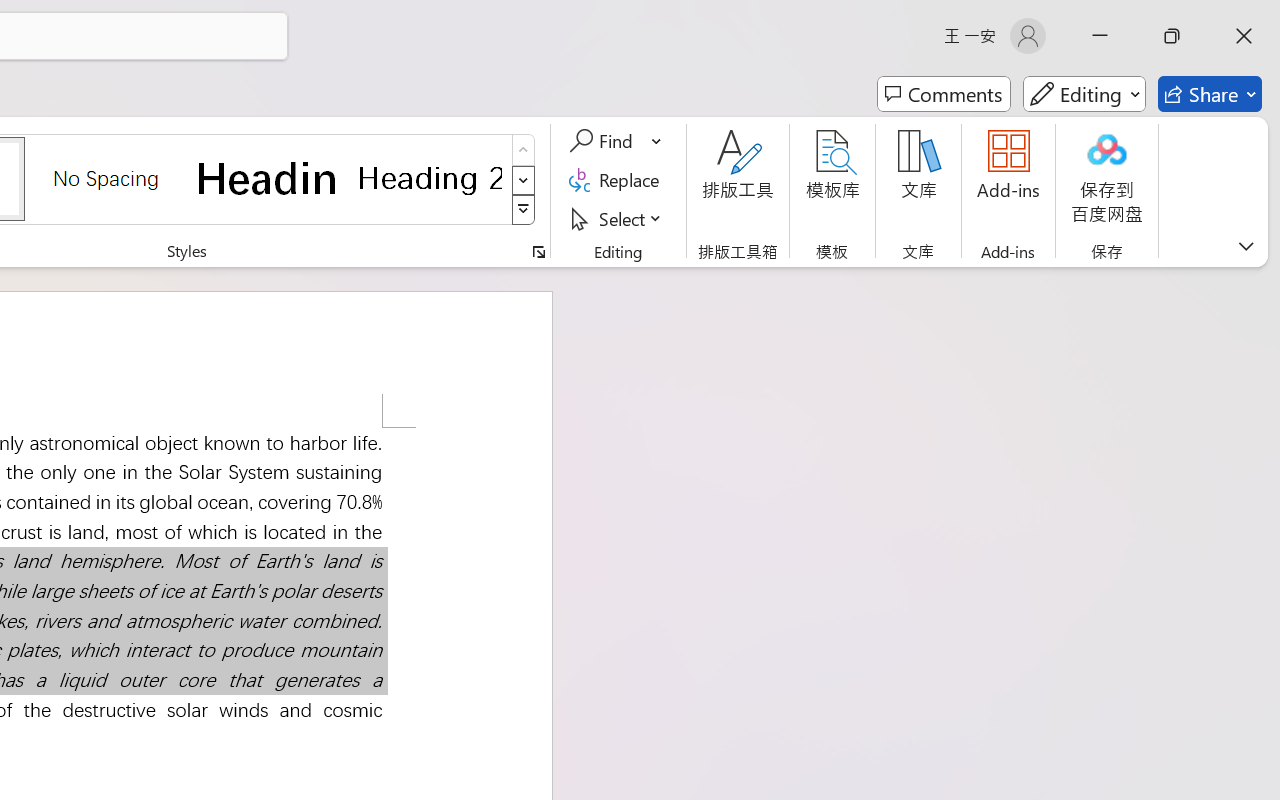 This screenshot has height=800, width=1280. What do you see at coordinates (932, 53) in the screenshot?
I see `'Comments'` at bounding box center [932, 53].